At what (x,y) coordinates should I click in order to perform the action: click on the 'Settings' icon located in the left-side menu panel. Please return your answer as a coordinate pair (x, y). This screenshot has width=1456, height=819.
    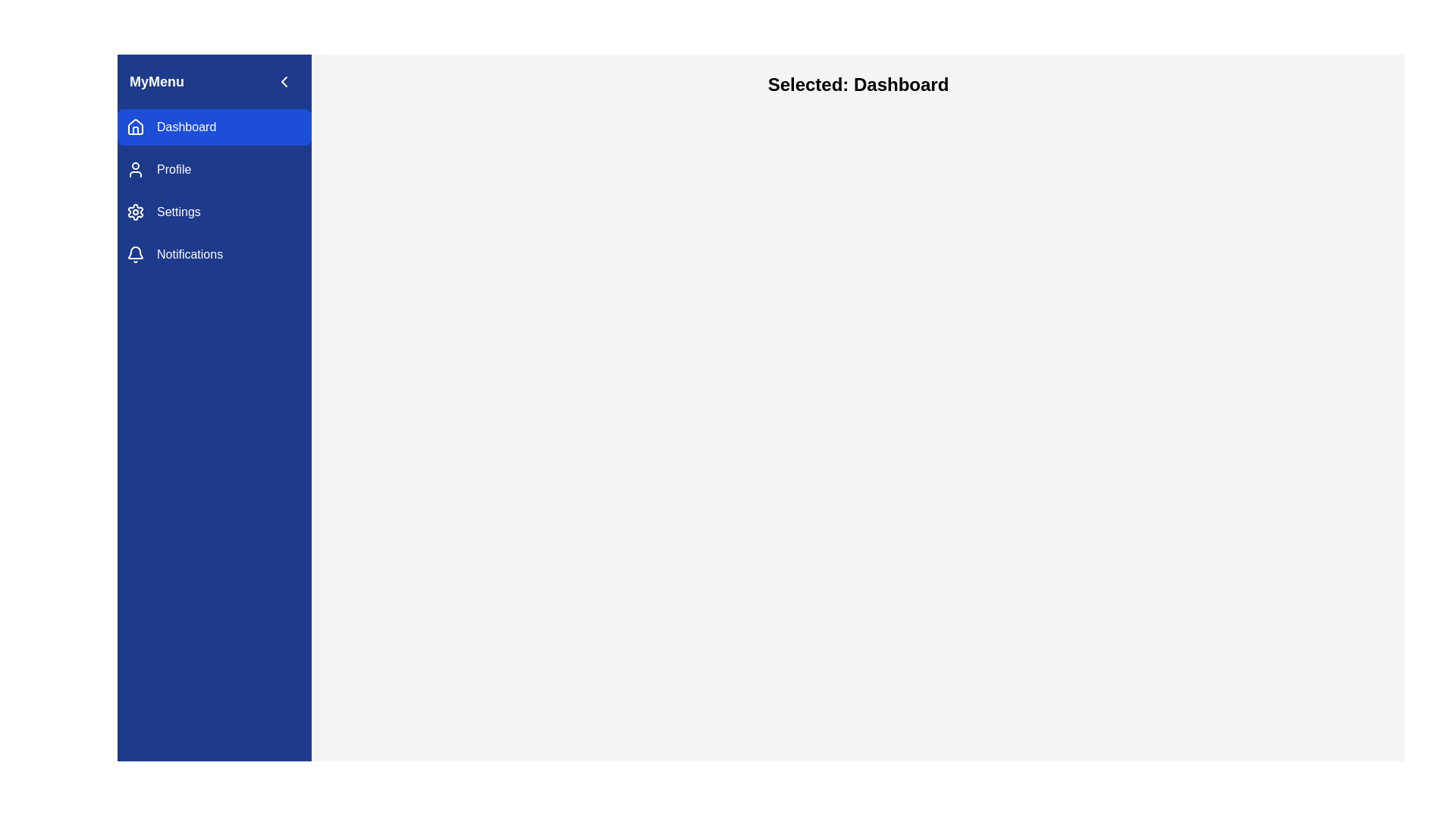
    Looking at the image, I should click on (135, 212).